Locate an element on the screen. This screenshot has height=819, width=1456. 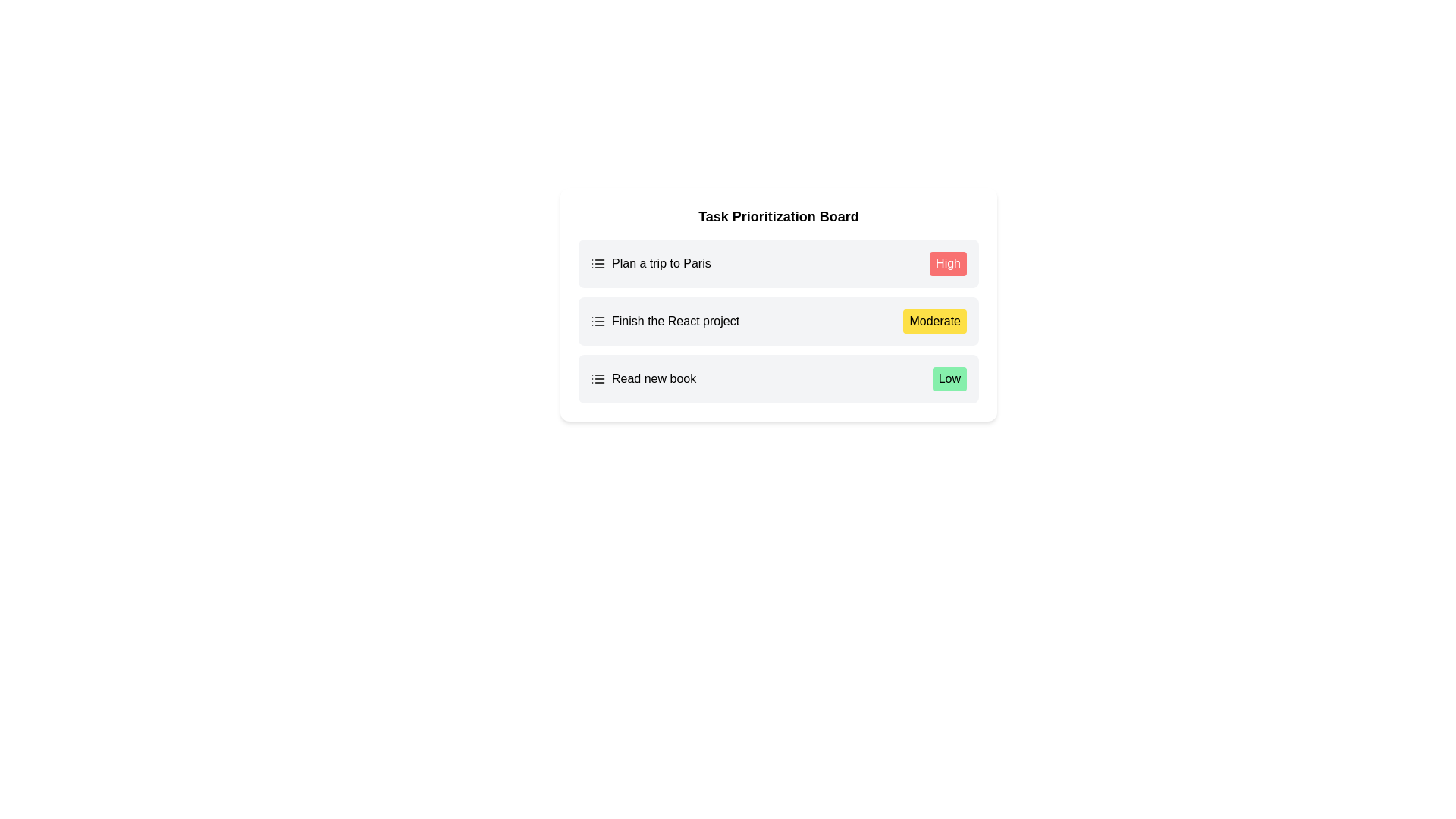
the second task item is located at coordinates (779, 321).